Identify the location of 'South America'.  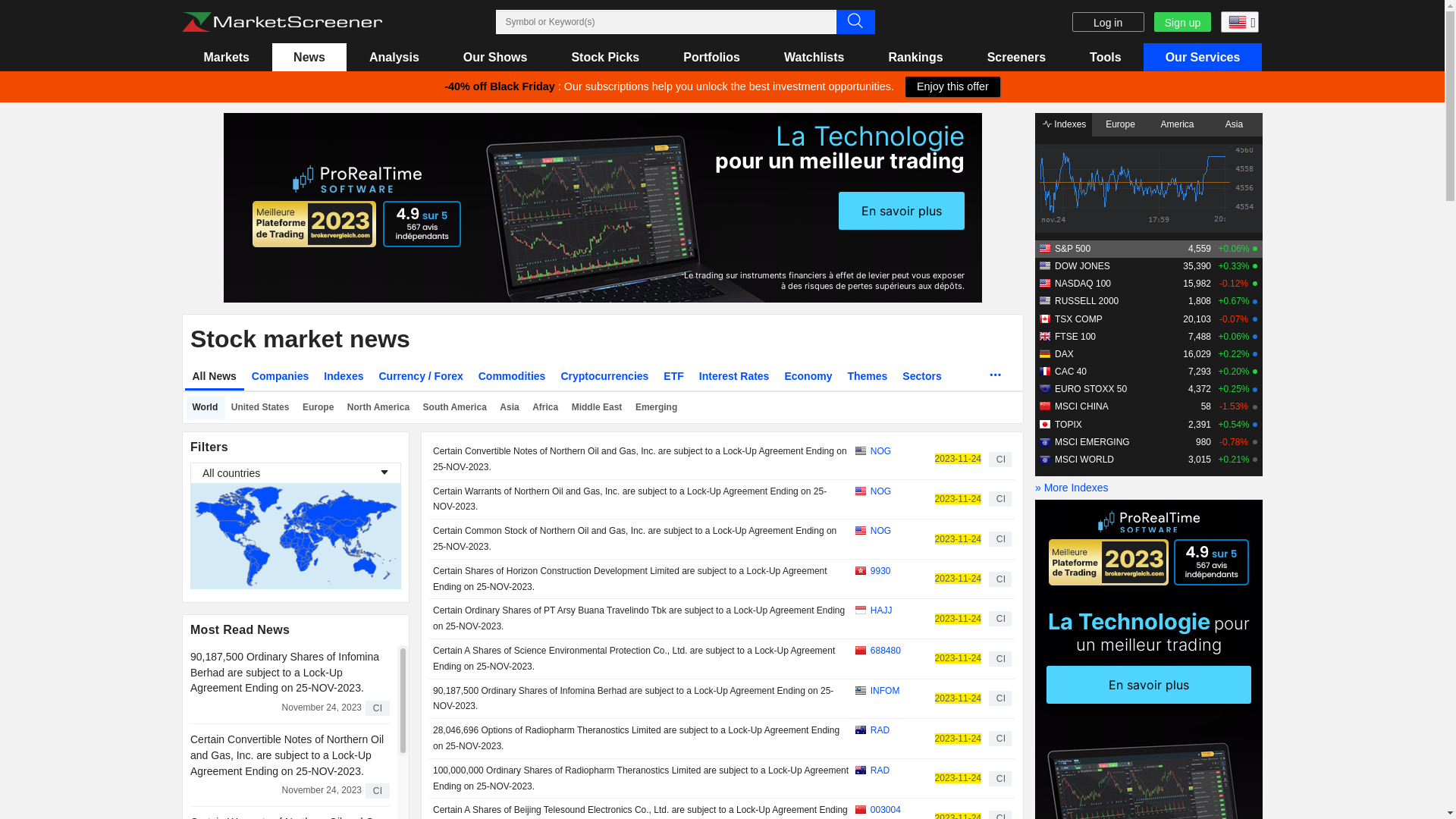
(454, 406).